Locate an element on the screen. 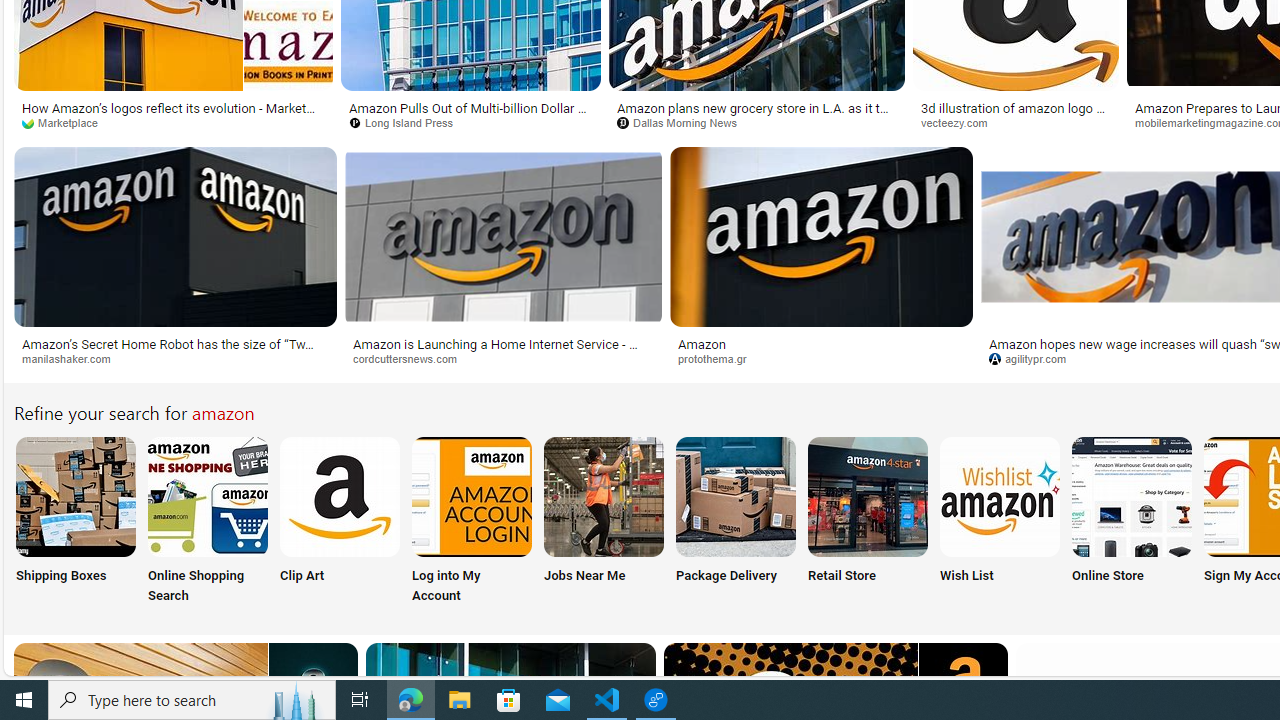 Image resolution: width=1280 pixels, height=720 pixels. 'agilitypr.com' is located at coordinates (1035, 357).